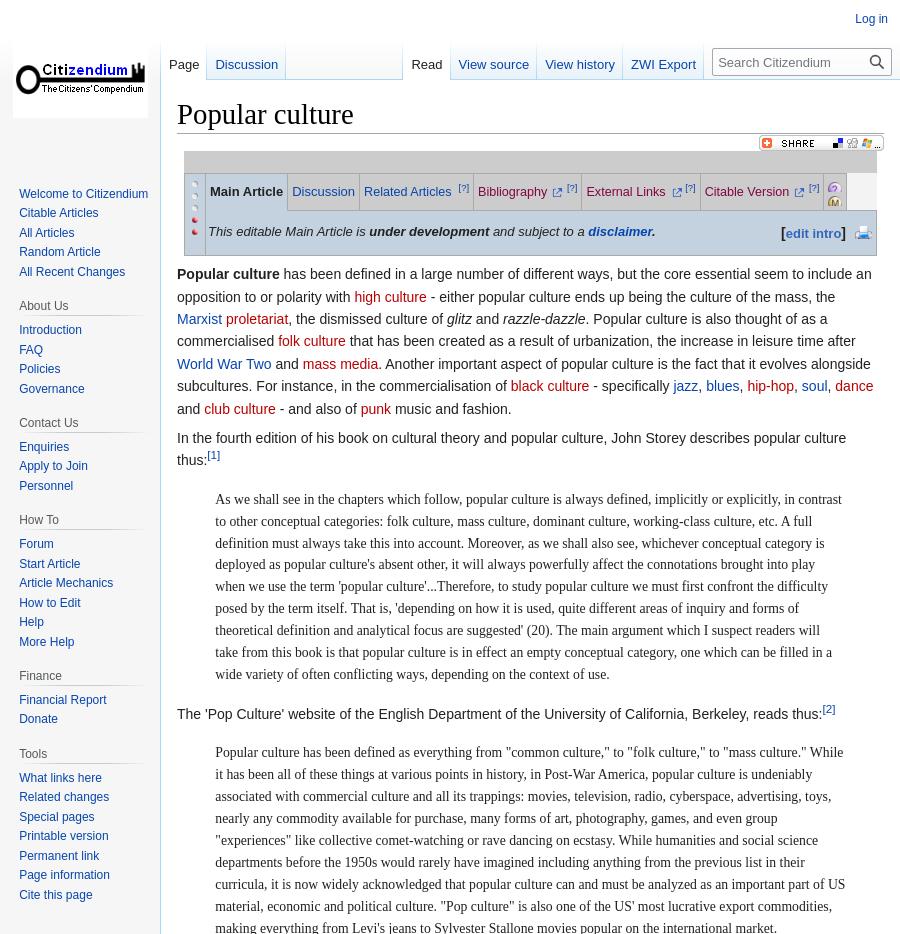 The width and height of the screenshot is (900, 934). What do you see at coordinates (684, 385) in the screenshot?
I see `'jazz'` at bounding box center [684, 385].